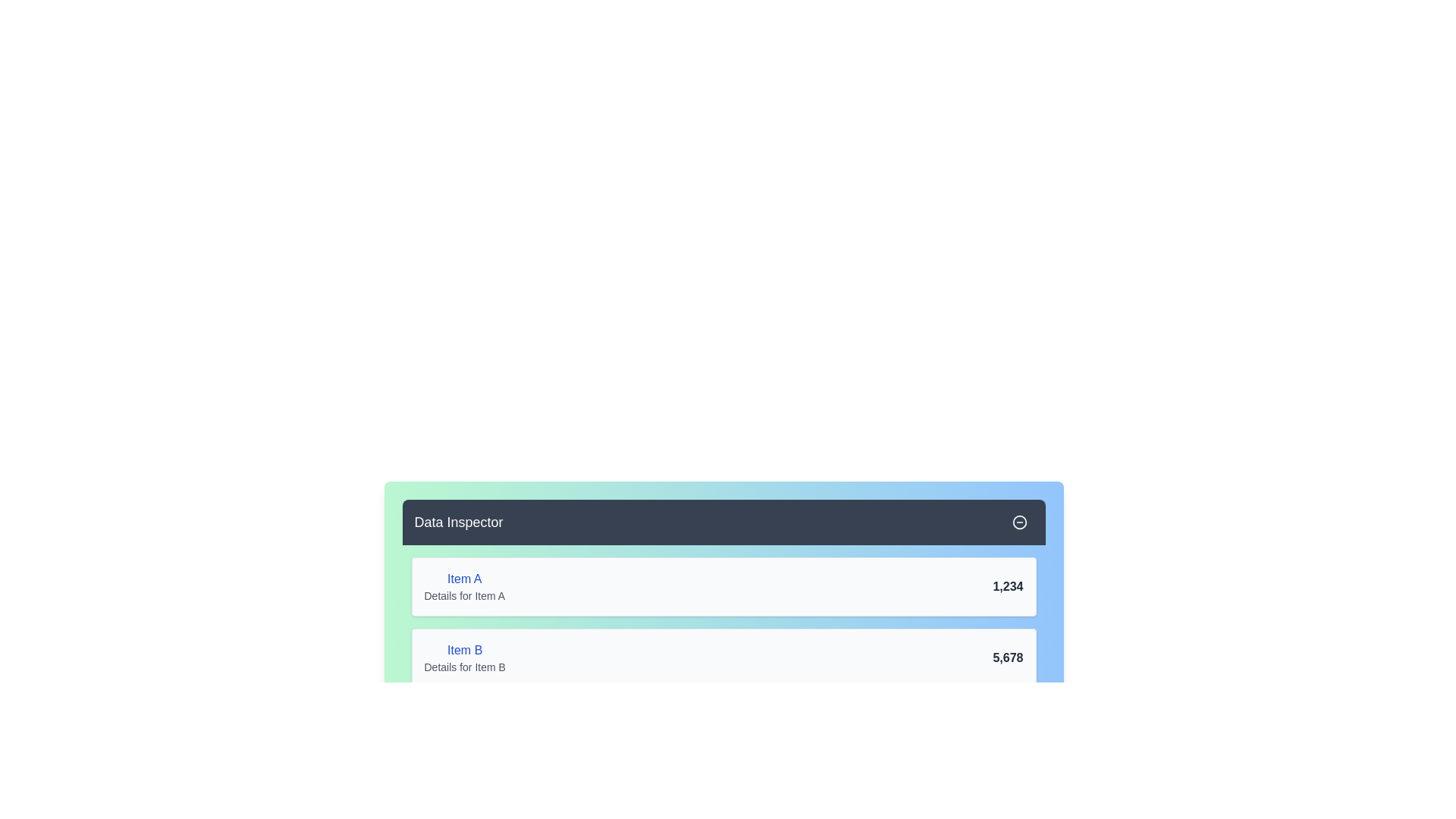 The height and width of the screenshot is (819, 1456). Describe the element at coordinates (464, 657) in the screenshot. I see `the Text Label that describes 'Item B' and provides details for it` at that location.